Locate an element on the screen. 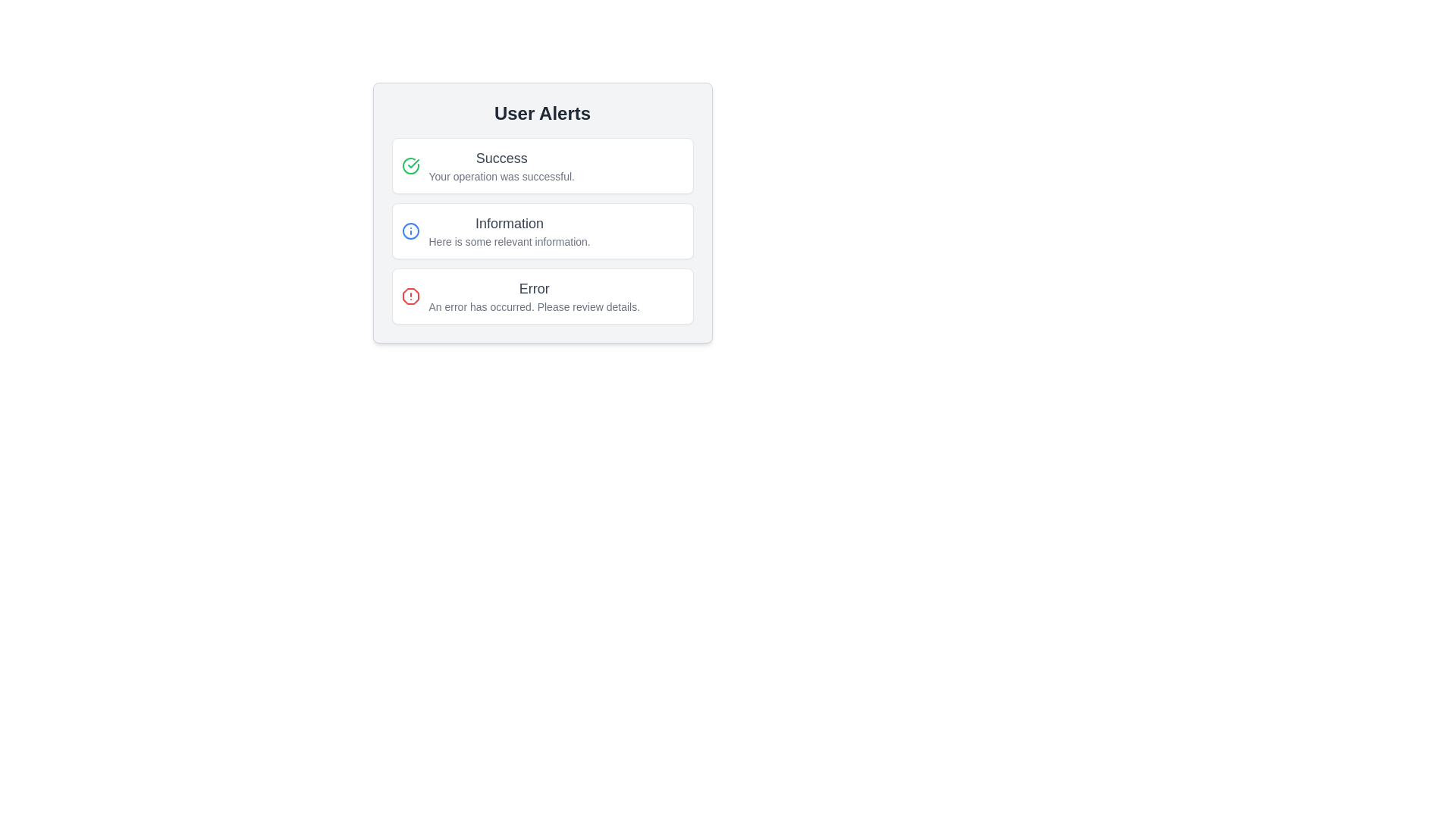  notification text from the second notification message in the 'User Alerts' section, which is positioned between a 'Success' notification above and an 'Error' notification below is located at coordinates (542, 231).